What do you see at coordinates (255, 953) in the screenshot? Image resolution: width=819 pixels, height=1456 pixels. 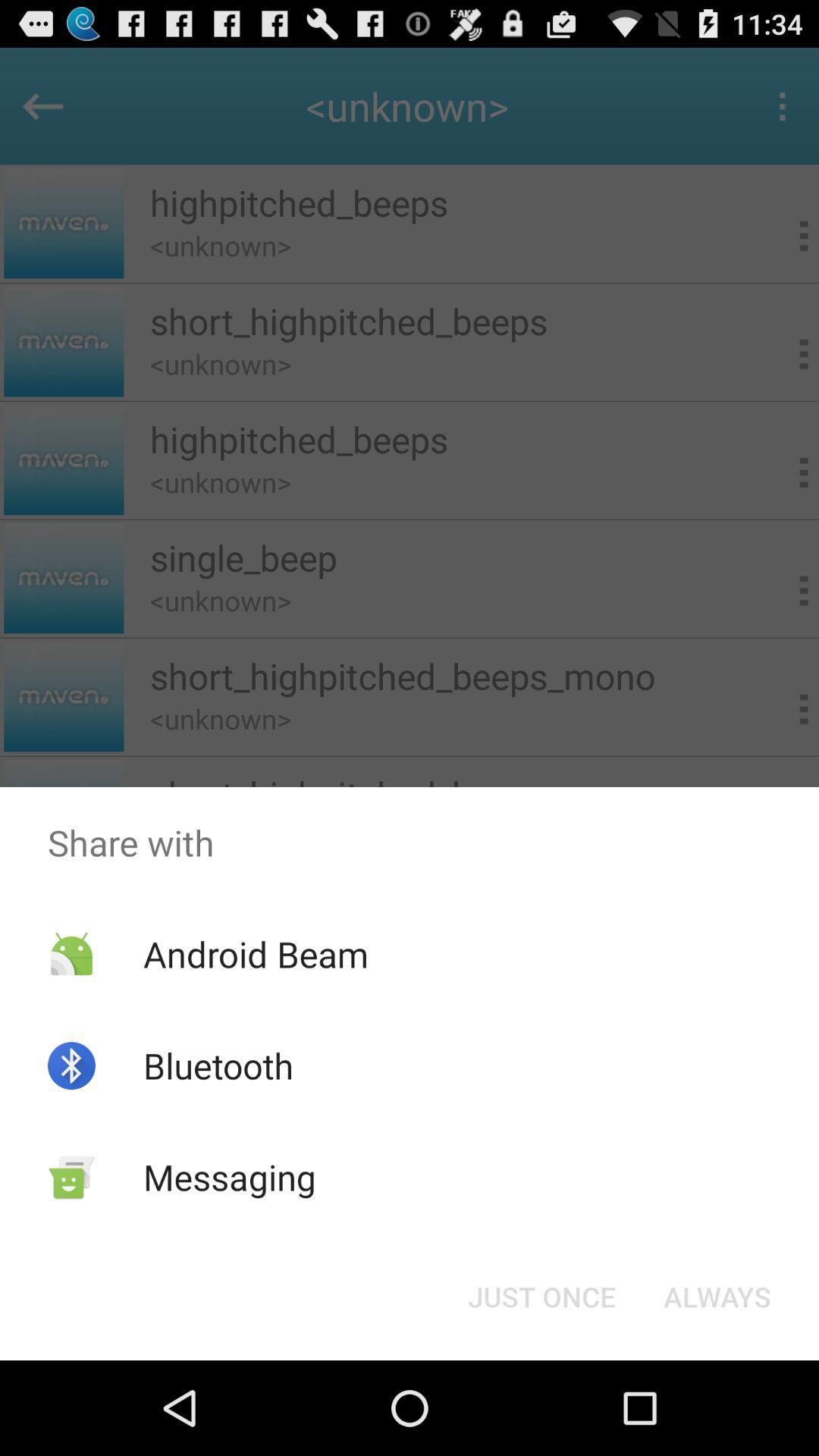 I see `the app above the bluetooth app` at bounding box center [255, 953].